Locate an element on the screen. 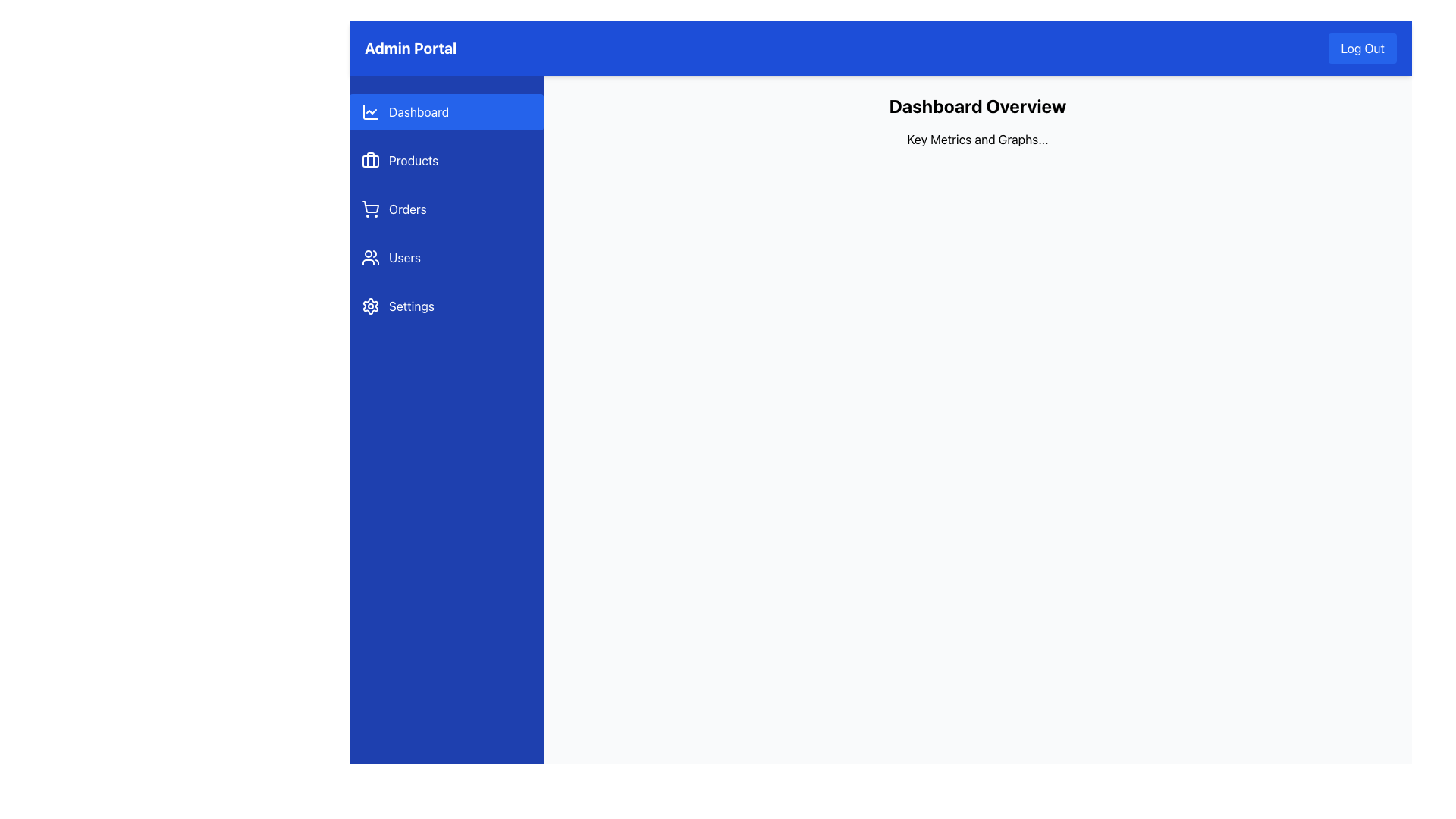  the 'Orders' navigation button located in the vertical menu on the left sidebar is located at coordinates (446, 209).